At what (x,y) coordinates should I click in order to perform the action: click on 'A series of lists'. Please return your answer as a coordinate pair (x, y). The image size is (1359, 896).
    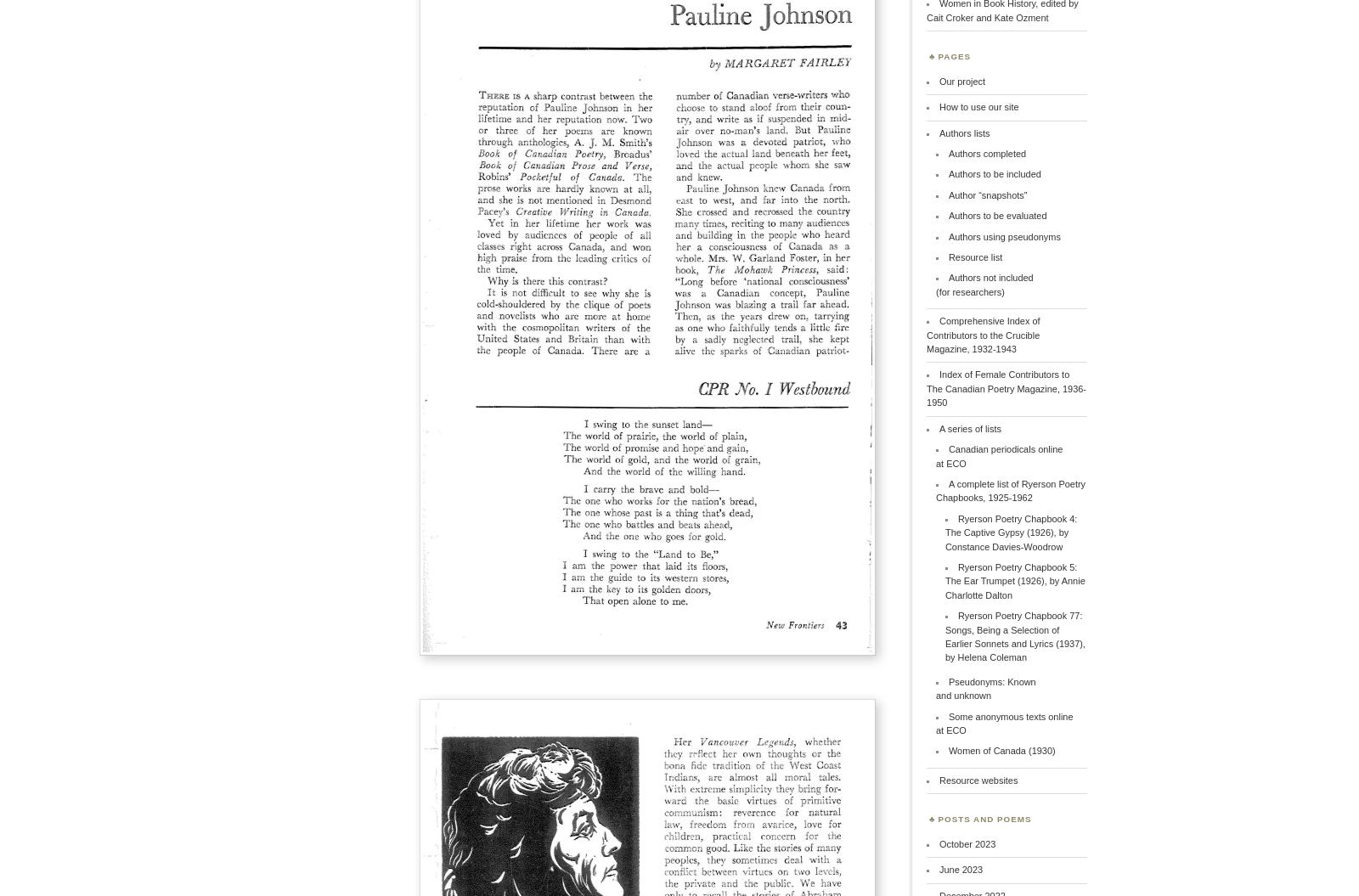
    Looking at the image, I should click on (969, 427).